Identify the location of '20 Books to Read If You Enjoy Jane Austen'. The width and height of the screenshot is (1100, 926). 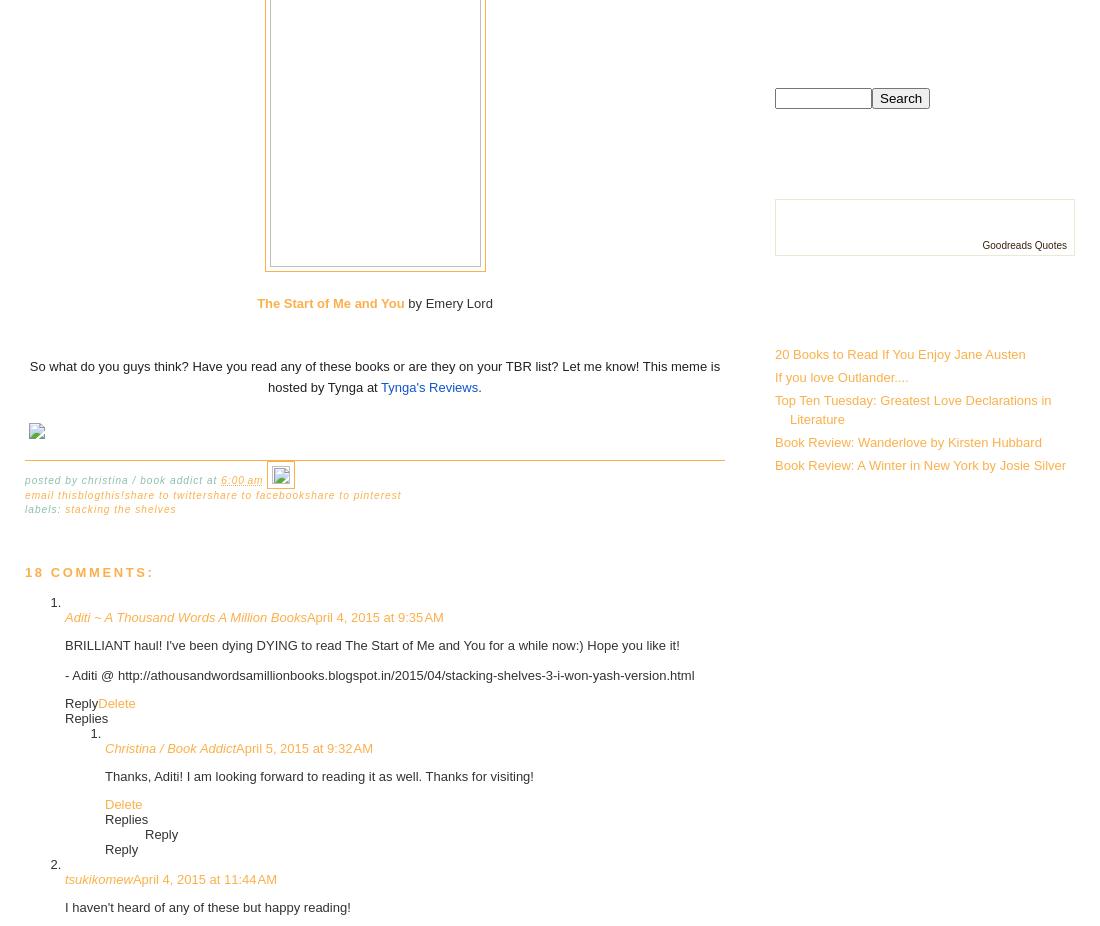
(774, 354).